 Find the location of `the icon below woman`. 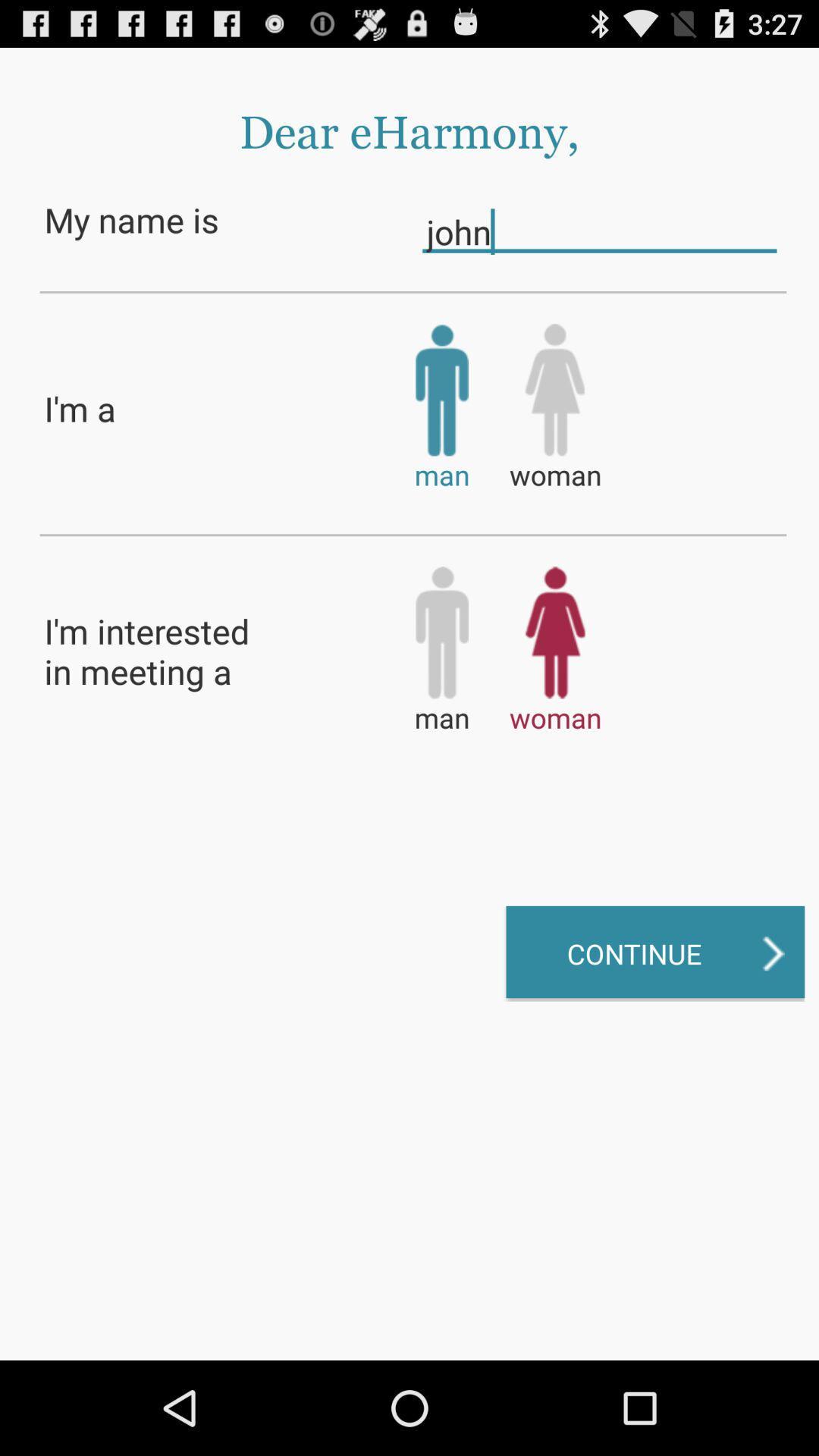

the icon below woman is located at coordinates (654, 952).